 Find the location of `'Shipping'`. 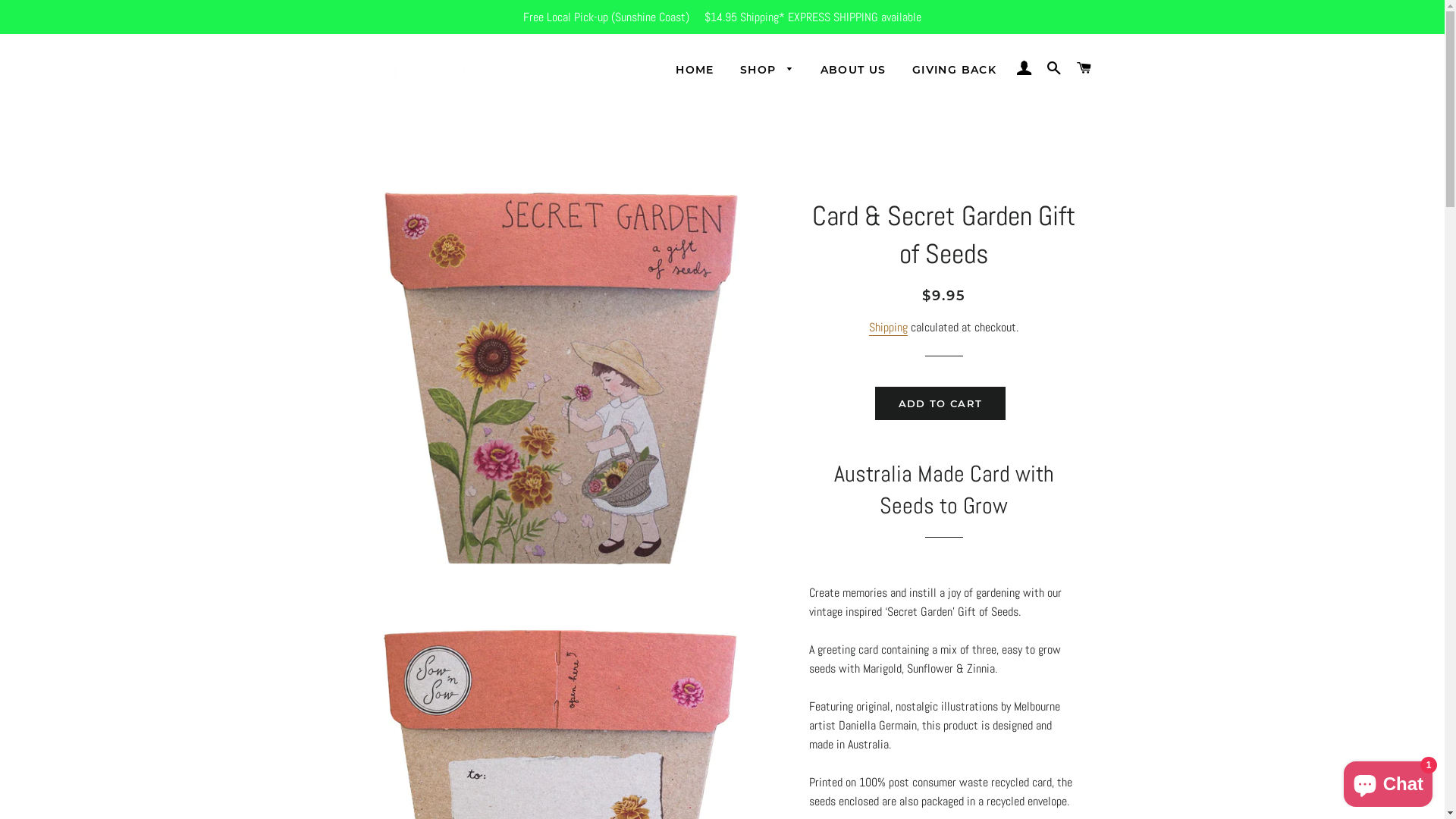

'Shipping' is located at coordinates (888, 327).